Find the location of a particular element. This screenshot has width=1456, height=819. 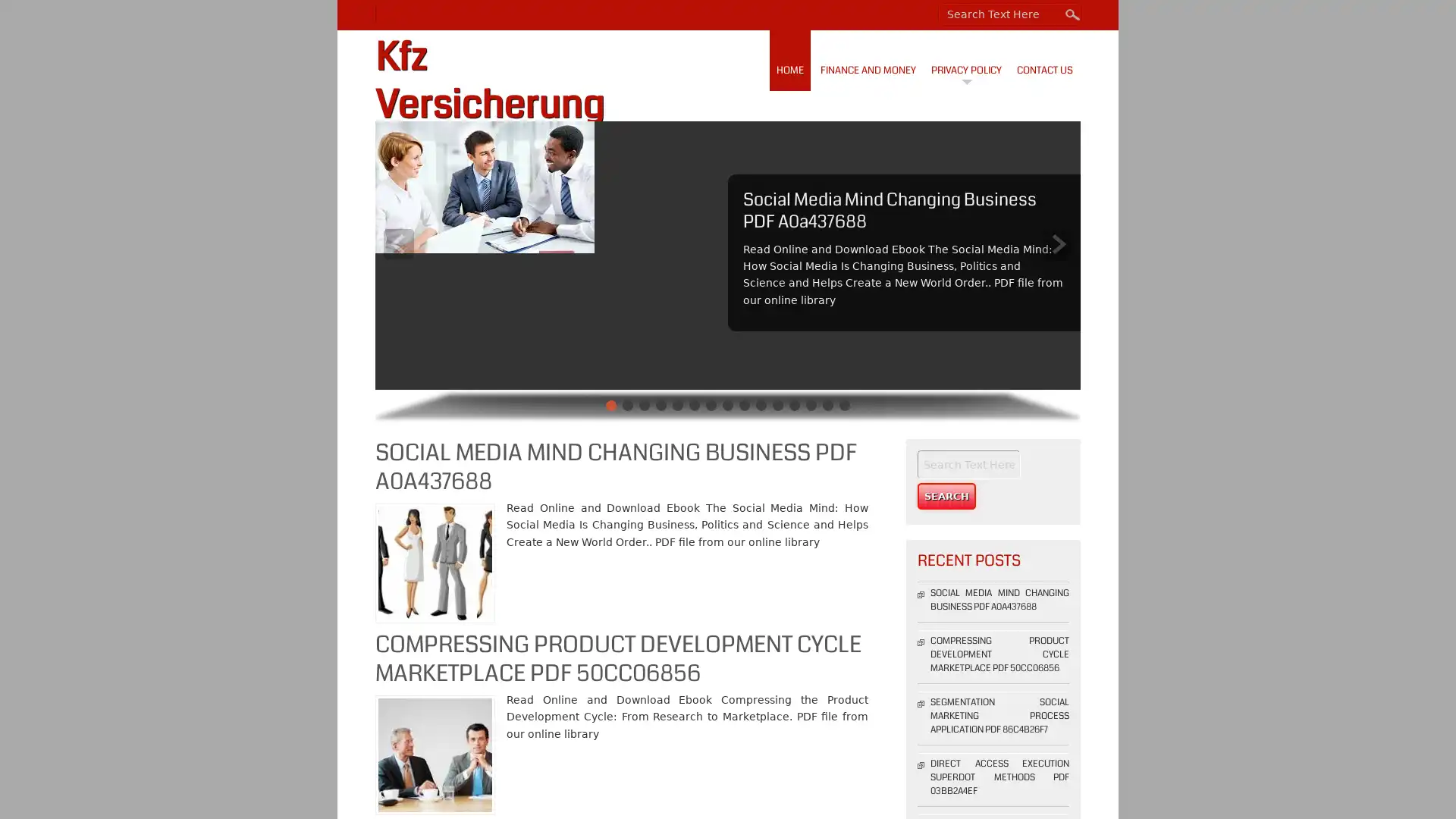

Search is located at coordinates (946, 496).